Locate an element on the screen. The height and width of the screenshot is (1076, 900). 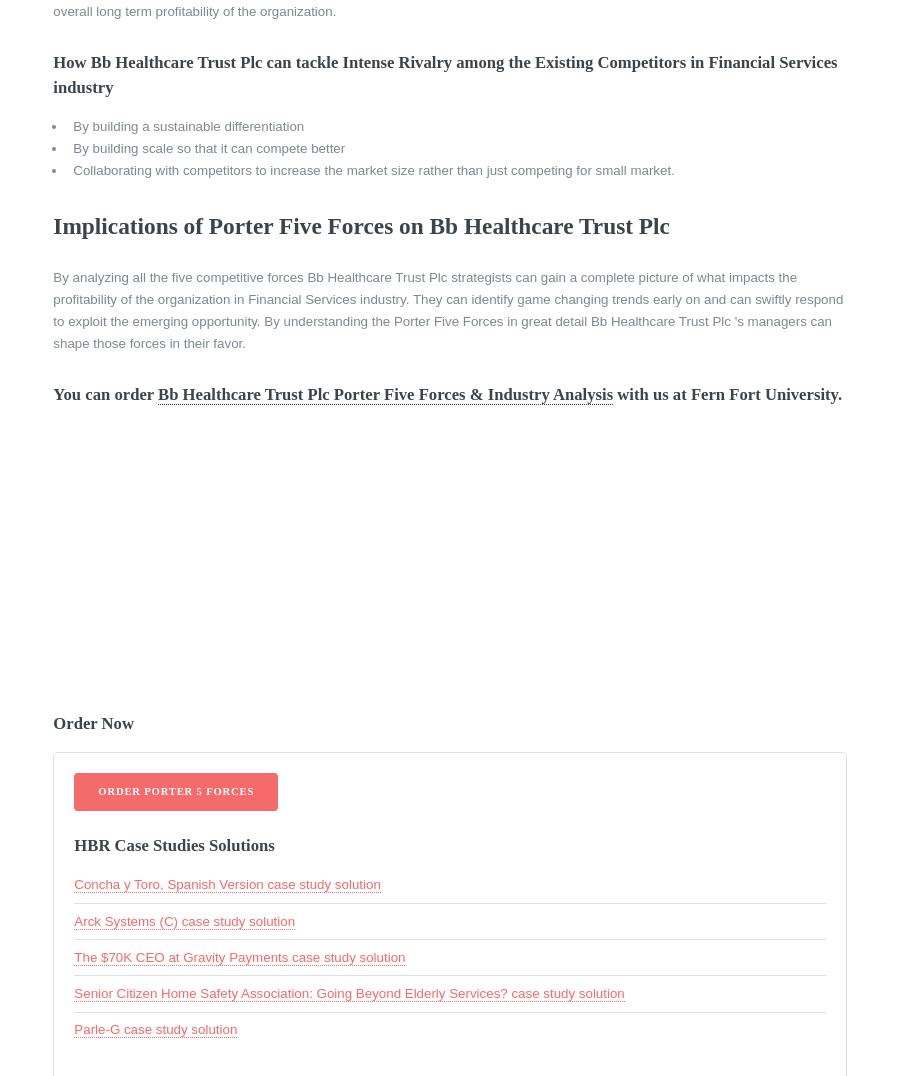
'You can order' is located at coordinates (104, 392).